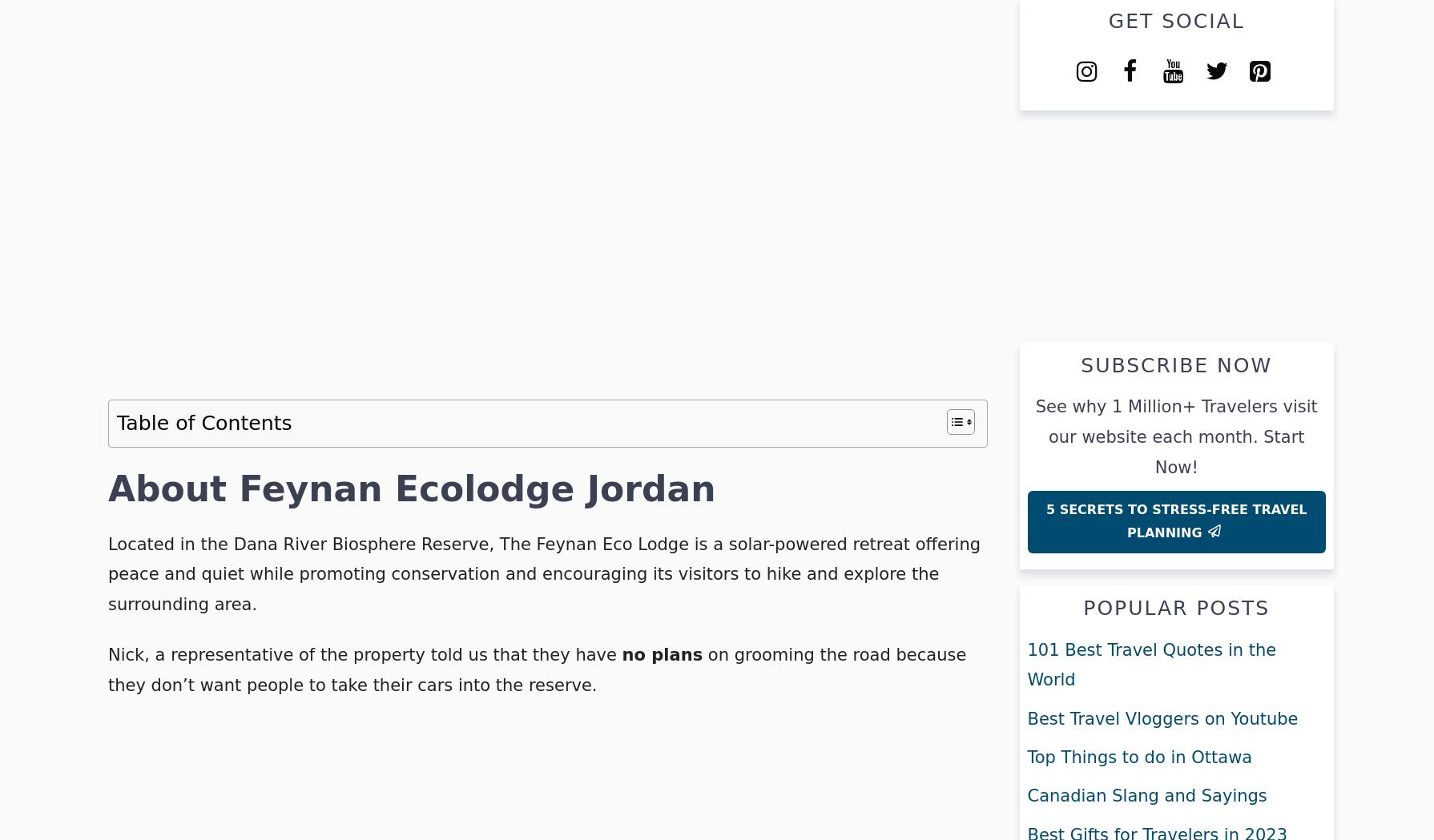 The width and height of the screenshot is (1434, 840). Describe the element at coordinates (107, 654) in the screenshot. I see `'Nick, a representative of the property told us that they have'` at that location.